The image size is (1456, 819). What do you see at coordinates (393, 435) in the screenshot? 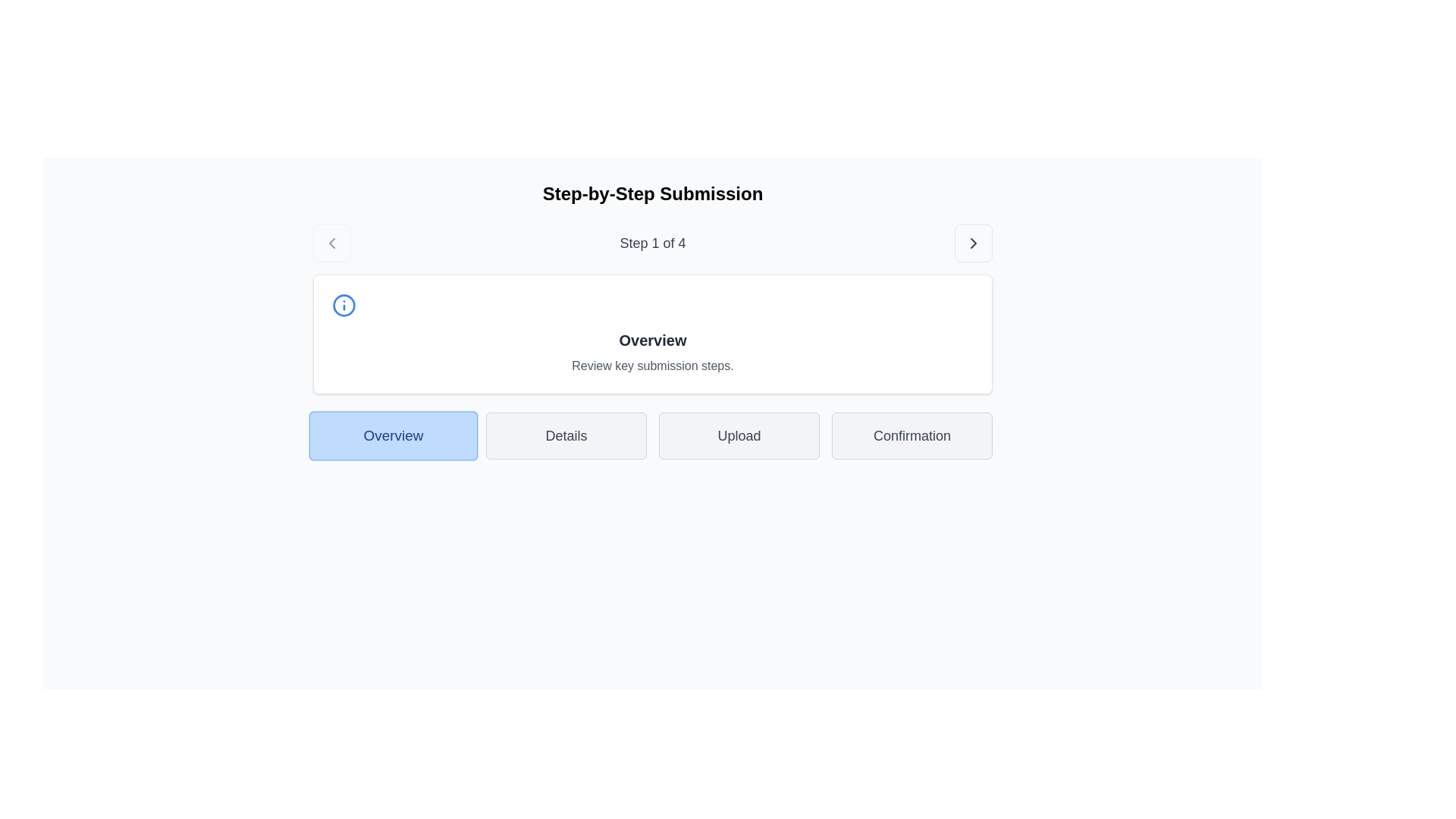
I see `the 'Overview' button located in the bottom section of the interface, which is the first button in a horizontal grid of four buttons beneath the 'Step 1 of 4' panel` at bounding box center [393, 435].